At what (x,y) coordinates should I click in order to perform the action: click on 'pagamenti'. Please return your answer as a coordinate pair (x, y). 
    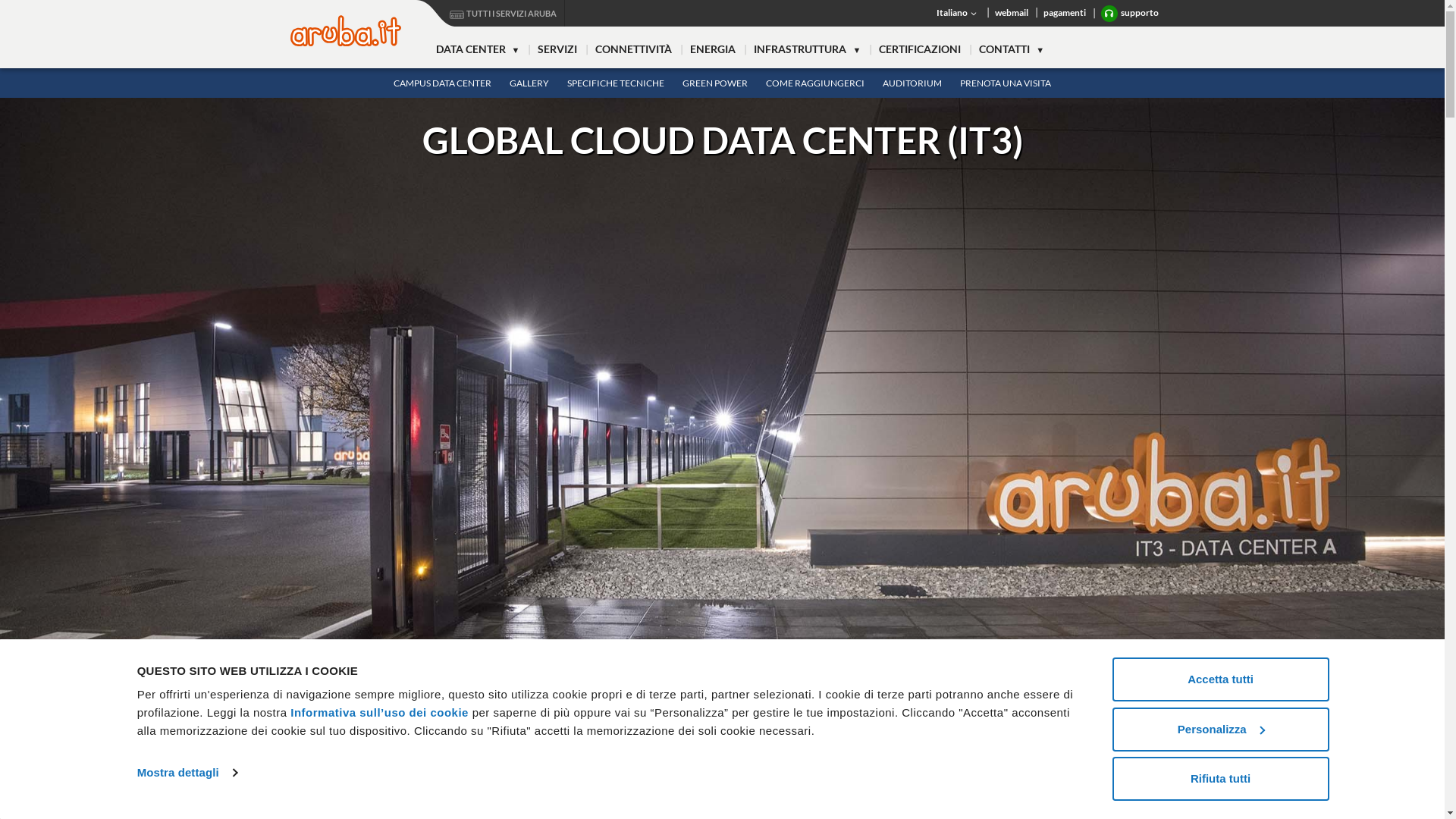
    Looking at the image, I should click on (1035, 12).